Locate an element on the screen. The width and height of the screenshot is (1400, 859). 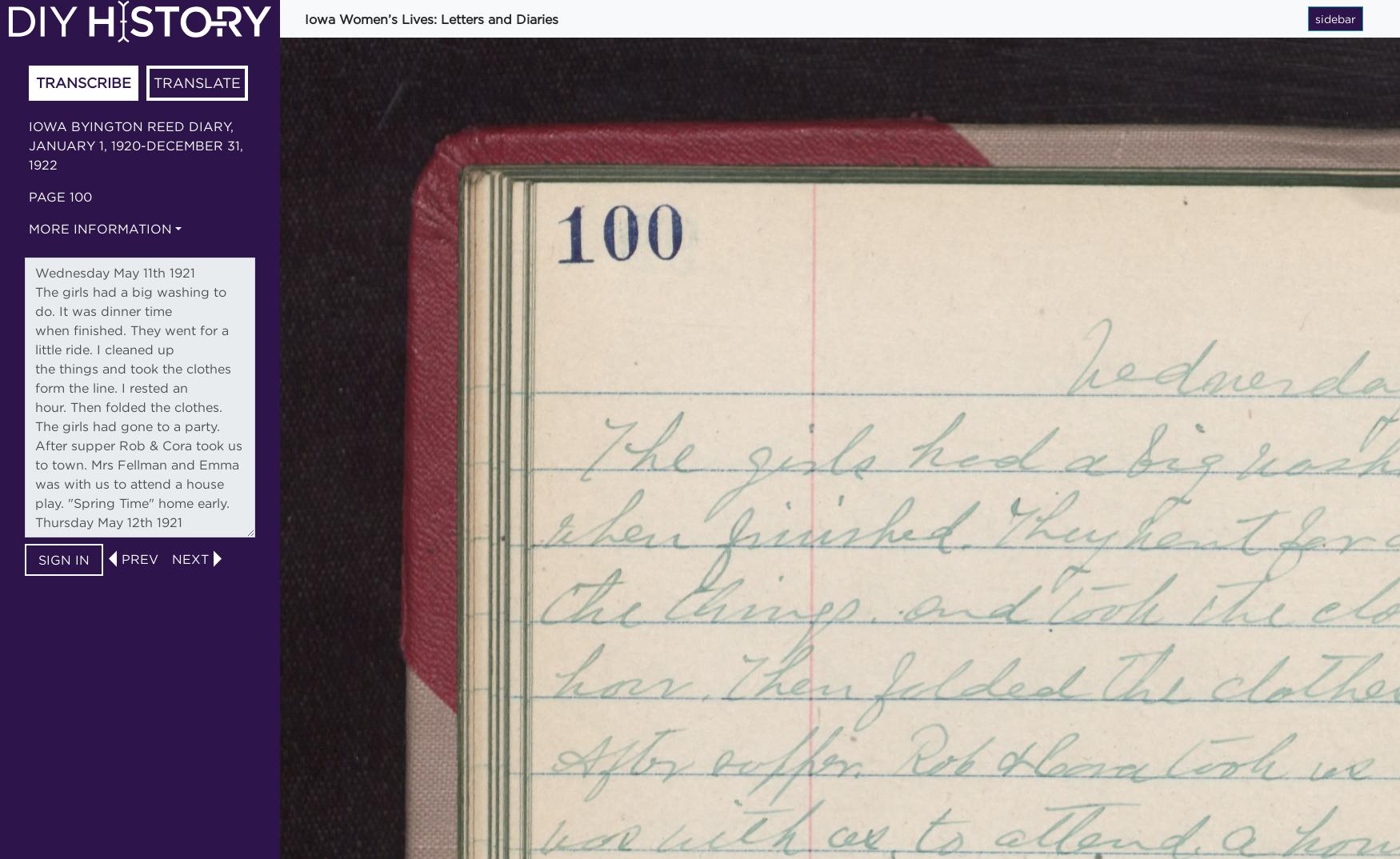
'Iowa Byington Reed diary,  January 1, 1920-December 31, 1922' is located at coordinates (134, 144).